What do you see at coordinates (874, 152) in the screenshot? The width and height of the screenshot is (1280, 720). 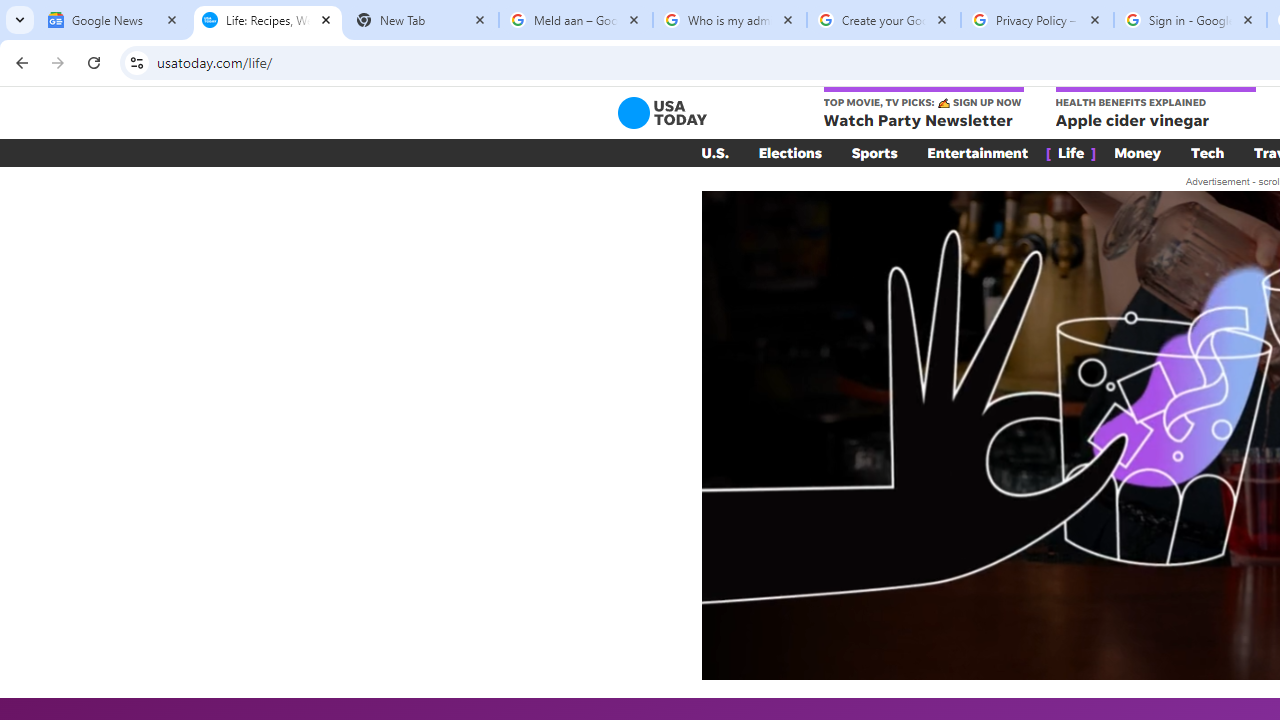 I see `'Sports'` at bounding box center [874, 152].